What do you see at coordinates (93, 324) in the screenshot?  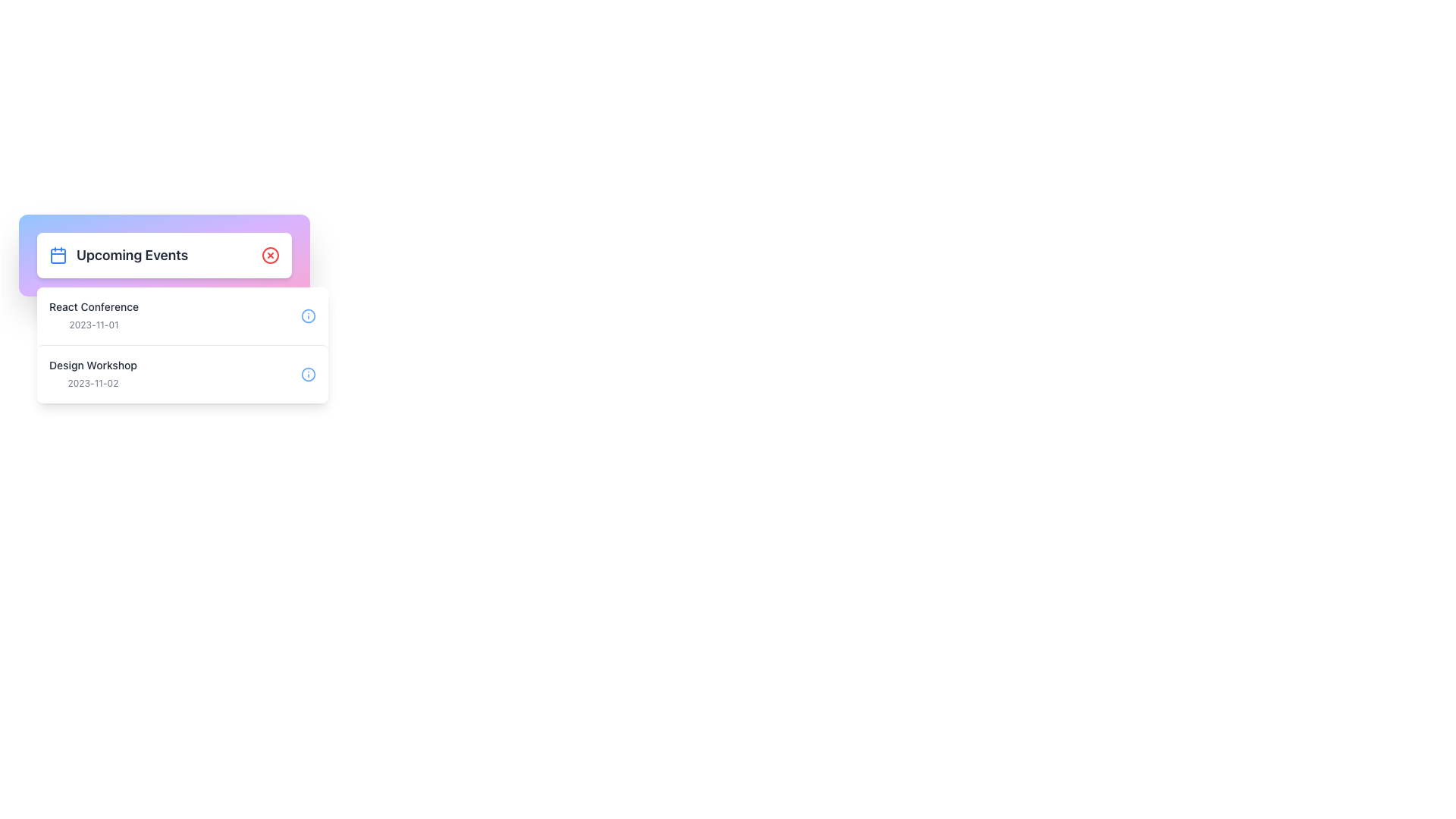 I see `static text displaying the date for the 'React Conference' event, which is positioned under the 'Upcoming Events' section` at bounding box center [93, 324].